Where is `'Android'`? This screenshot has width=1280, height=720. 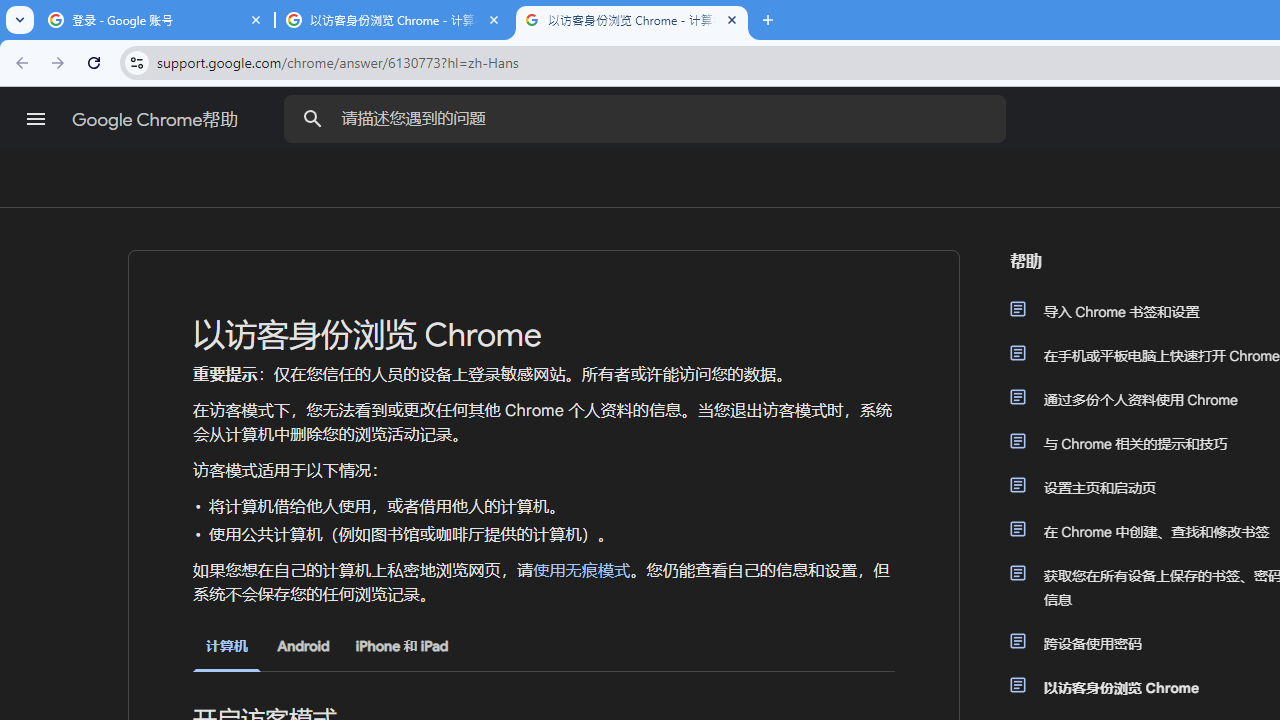
'Android' is located at coordinates (302, 646).